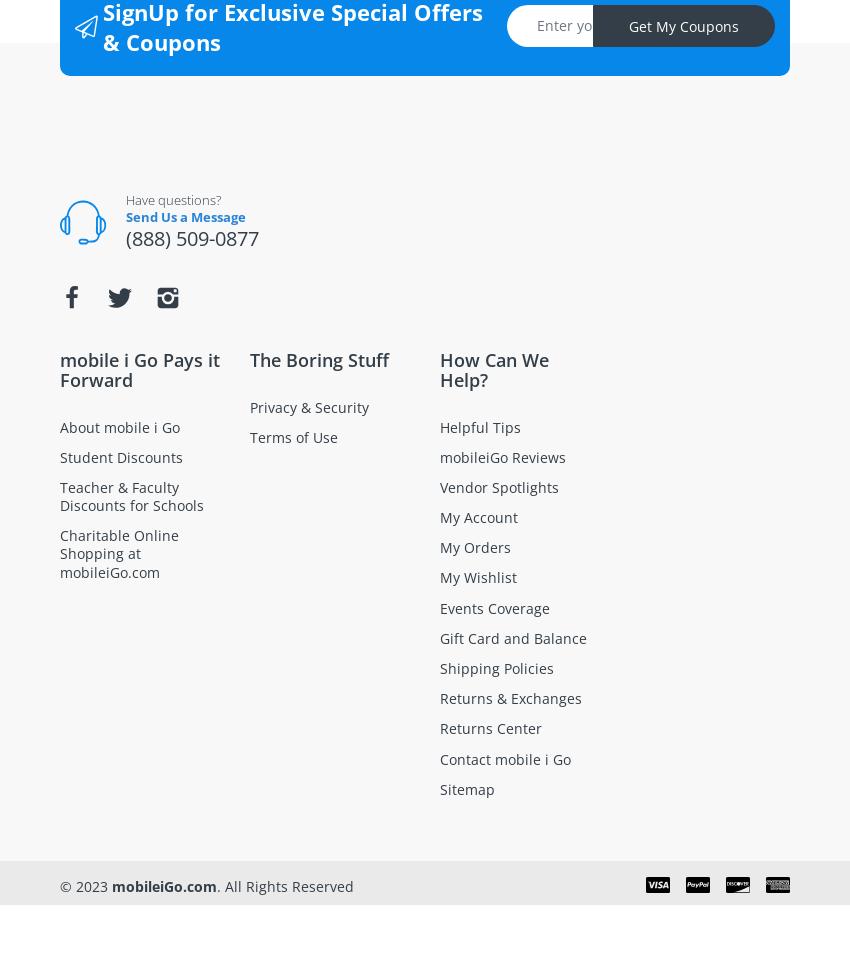  Describe the element at coordinates (478, 516) in the screenshot. I see `'My Account'` at that location.